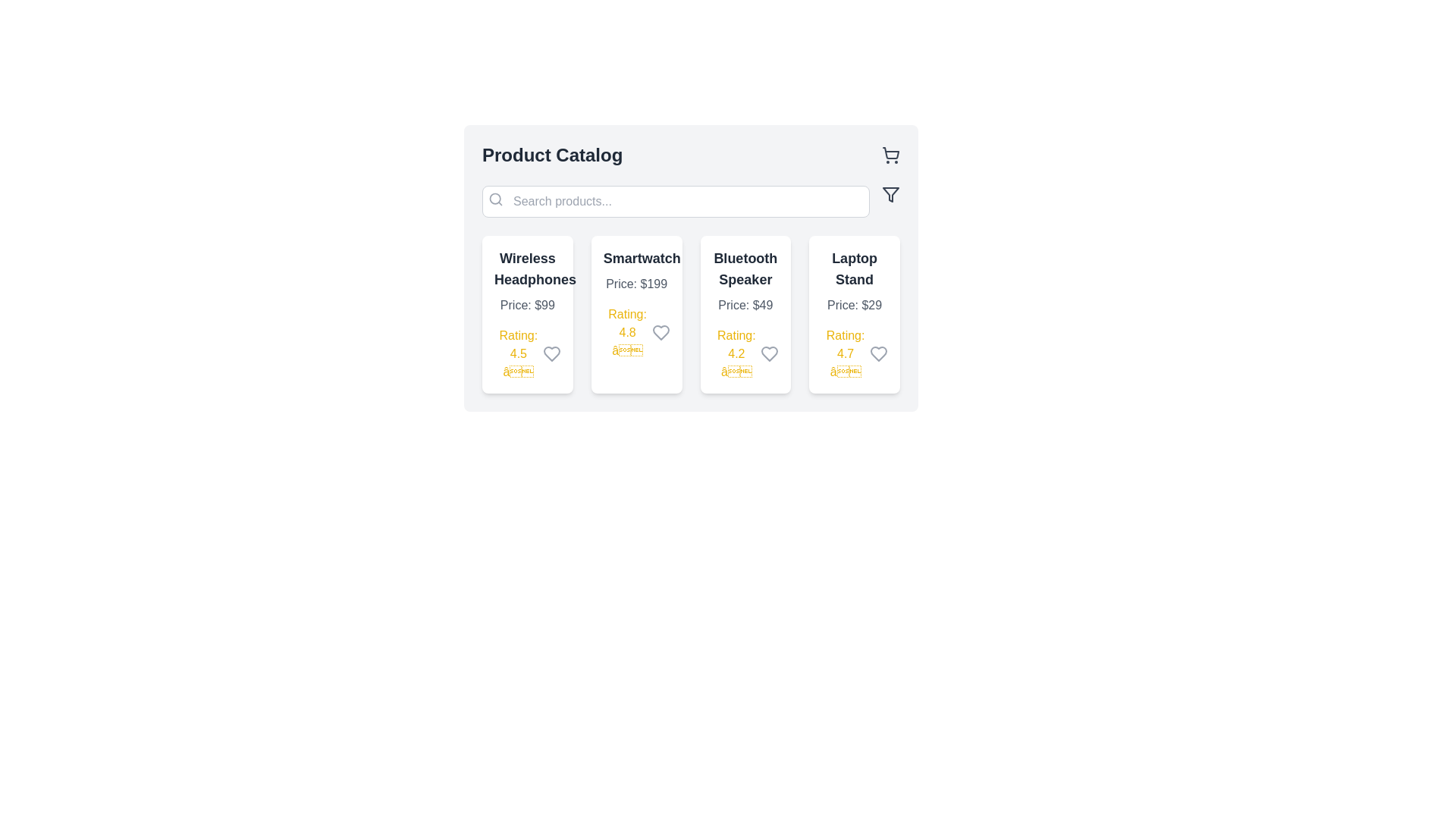 This screenshot has width=1456, height=819. Describe the element at coordinates (627, 332) in the screenshot. I see `the text label displaying 'Rating: 4.8 ★' styled in yellow, which is located in the second product card from the left in the product catalog` at that location.